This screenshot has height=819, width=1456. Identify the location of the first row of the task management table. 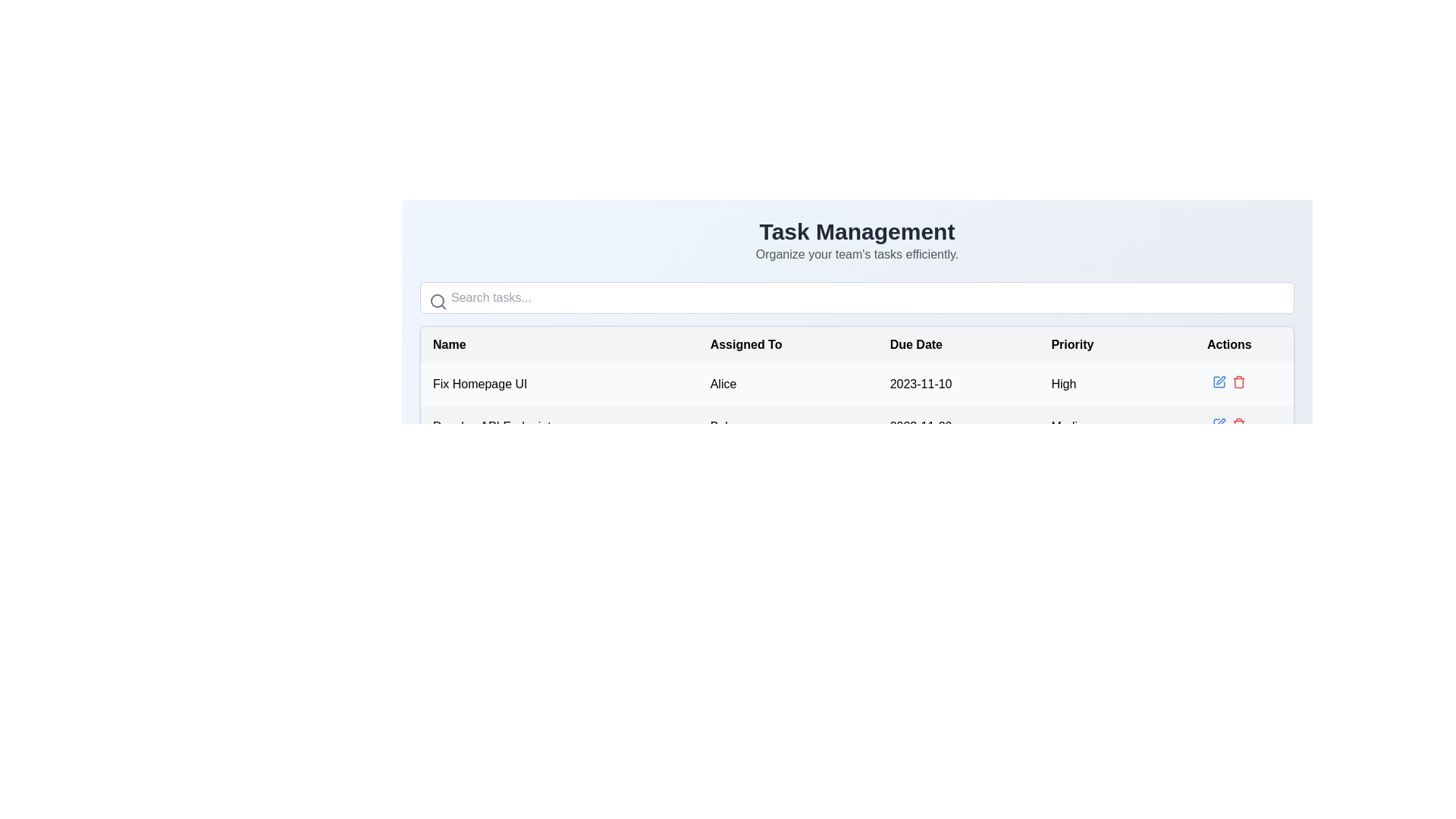
(857, 383).